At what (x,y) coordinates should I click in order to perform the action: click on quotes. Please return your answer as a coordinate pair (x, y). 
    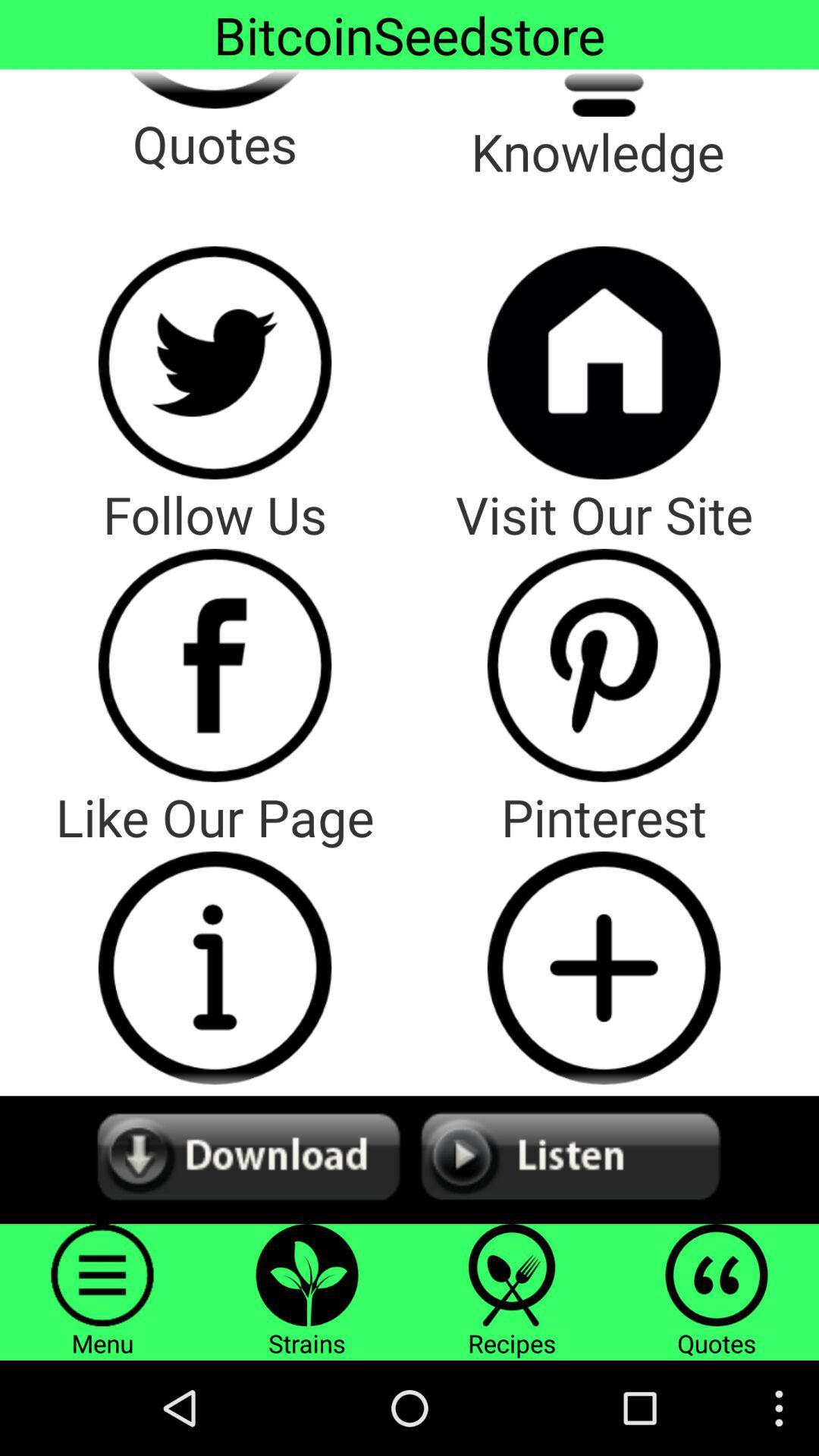
    Looking at the image, I should click on (215, 88).